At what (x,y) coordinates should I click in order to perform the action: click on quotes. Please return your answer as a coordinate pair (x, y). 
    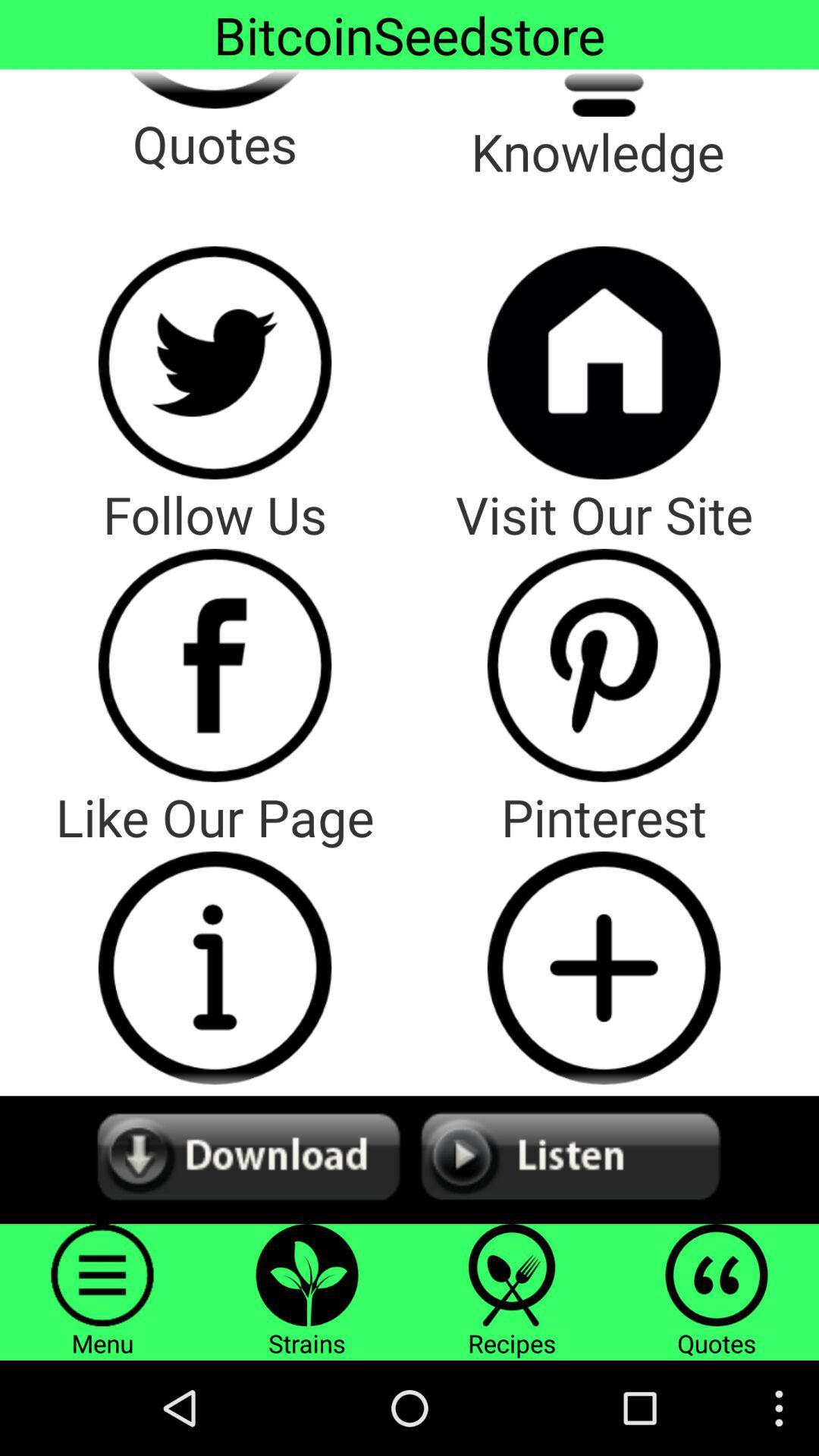
    Looking at the image, I should click on (215, 88).